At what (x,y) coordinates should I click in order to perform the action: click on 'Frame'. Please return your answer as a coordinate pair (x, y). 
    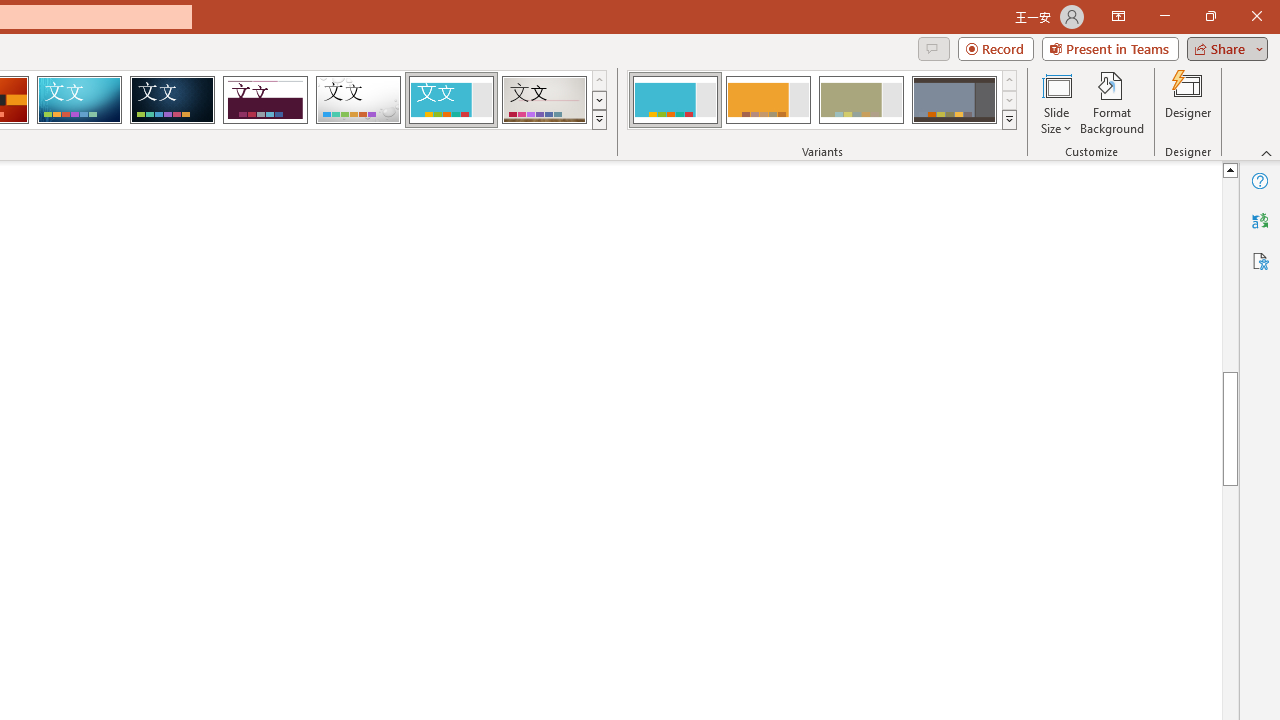
    Looking at the image, I should click on (450, 100).